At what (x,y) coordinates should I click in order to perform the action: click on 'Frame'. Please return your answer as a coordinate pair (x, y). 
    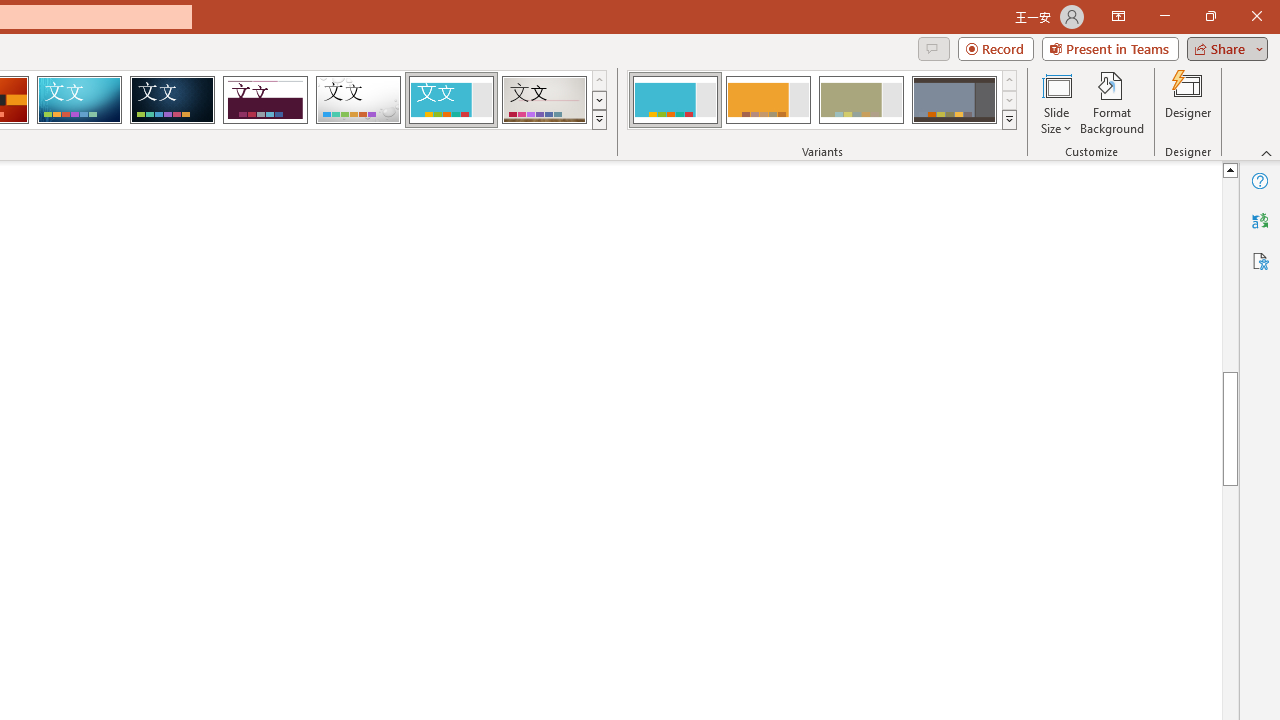
    Looking at the image, I should click on (450, 100).